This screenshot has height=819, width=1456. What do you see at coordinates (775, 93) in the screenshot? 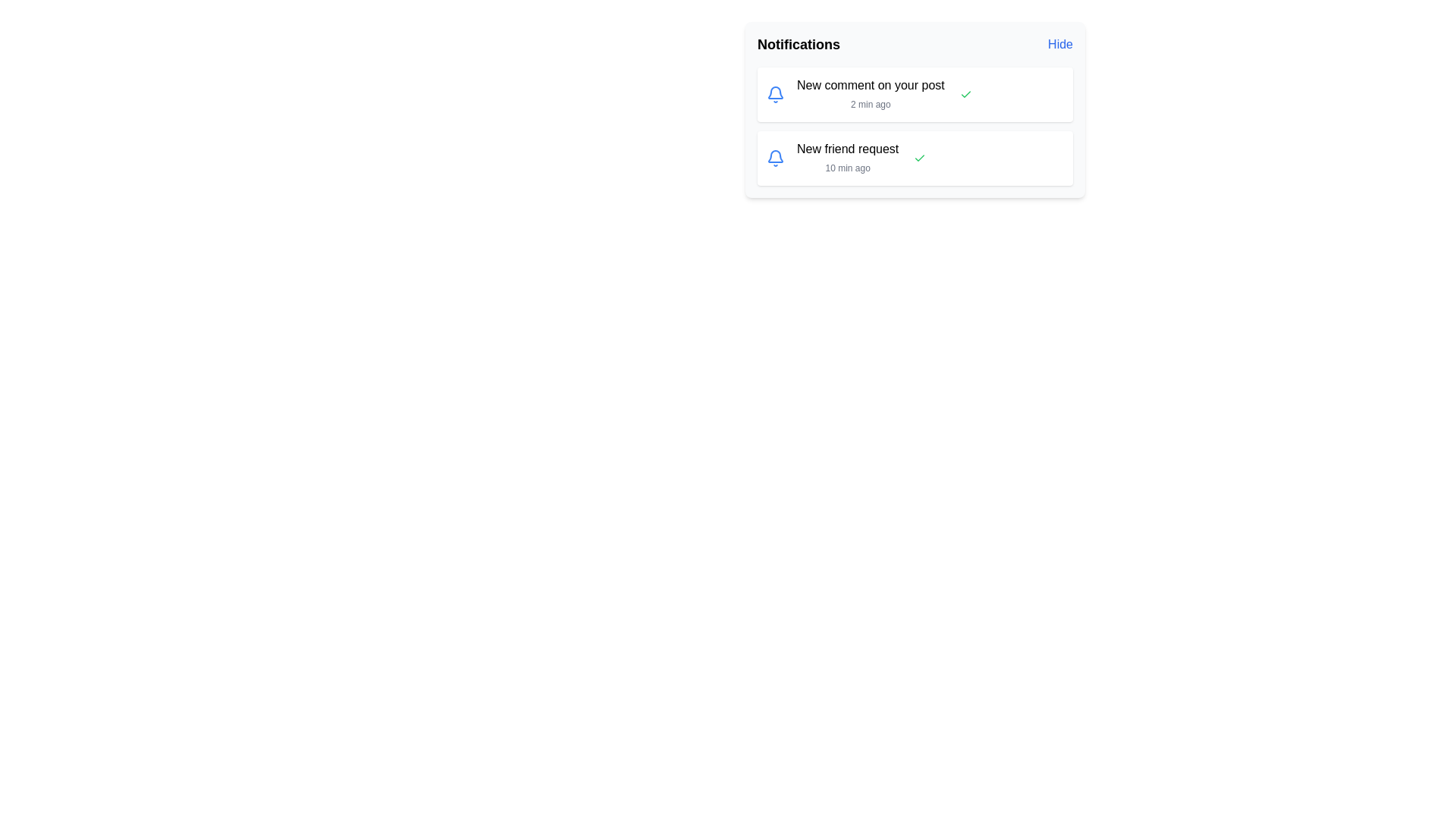
I see `the upper part of the bell icon representing a friend request notification in the Notifications panel` at bounding box center [775, 93].